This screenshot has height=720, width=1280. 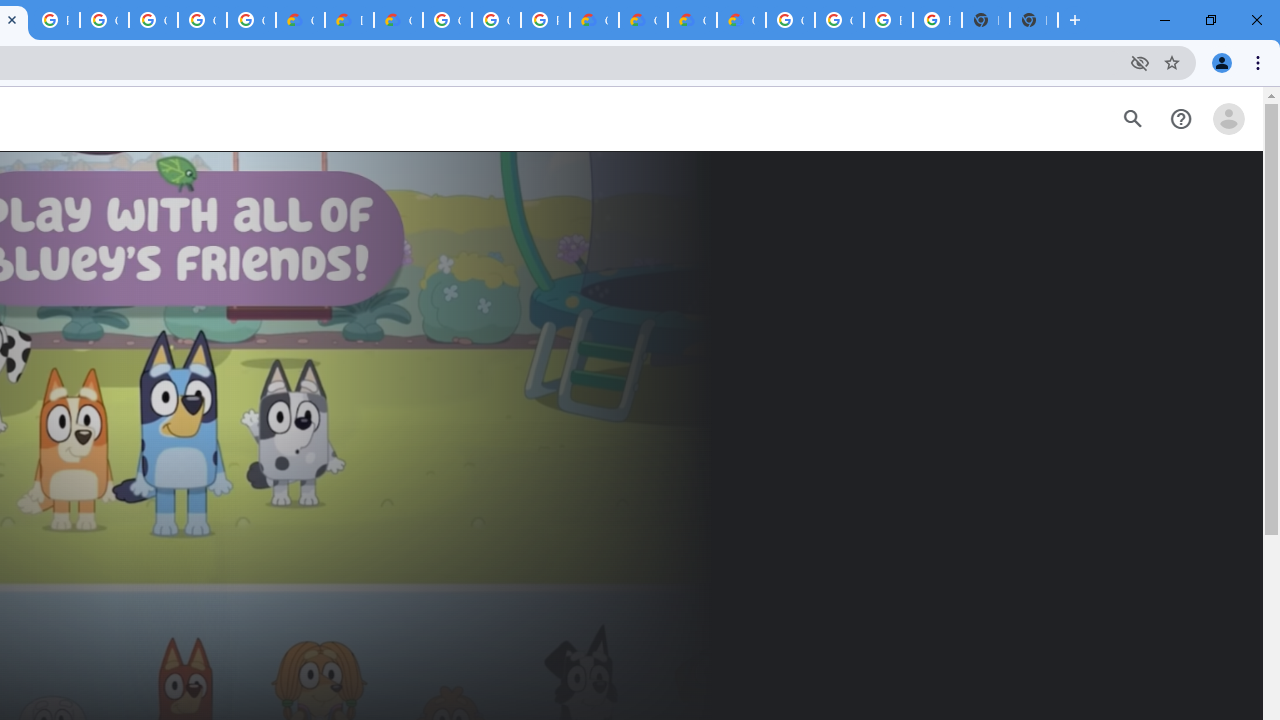 I want to click on 'Google Cloud Platform', so click(x=496, y=20).